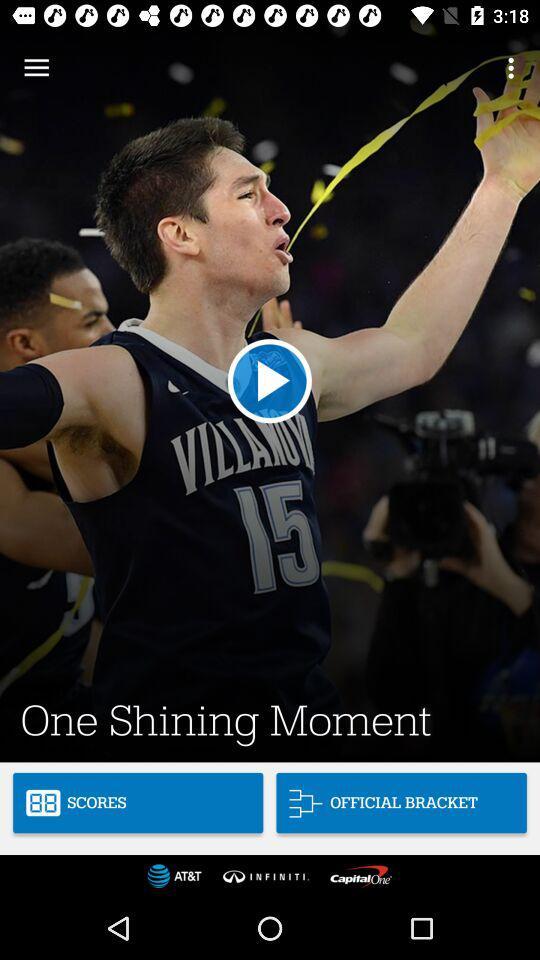  Describe the element at coordinates (401, 803) in the screenshot. I see `item to the right of scores item` at that location.